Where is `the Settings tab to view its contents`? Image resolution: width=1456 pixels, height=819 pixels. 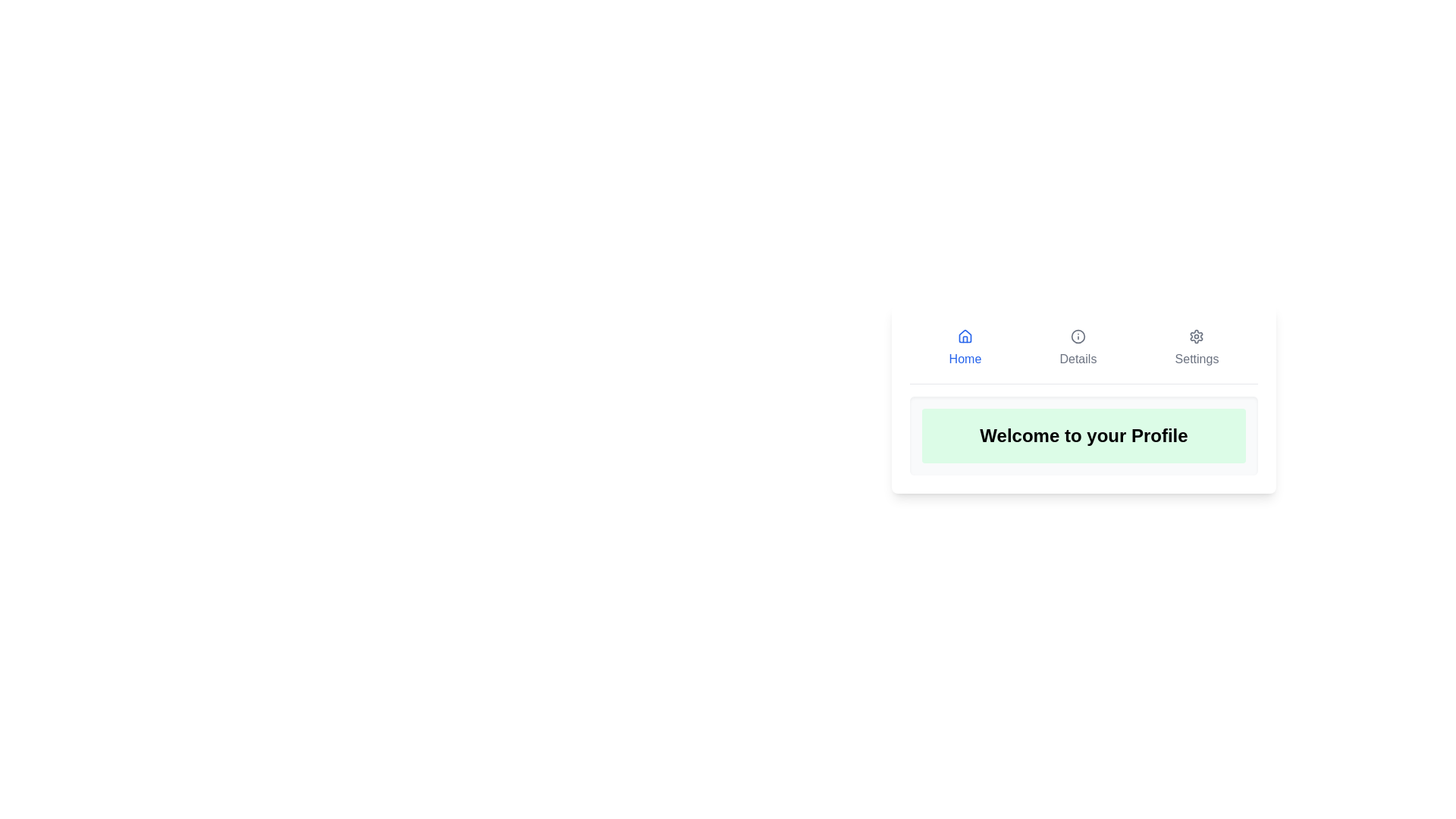 the Settings tab to view its contents is located at coordinates (1196, 348).